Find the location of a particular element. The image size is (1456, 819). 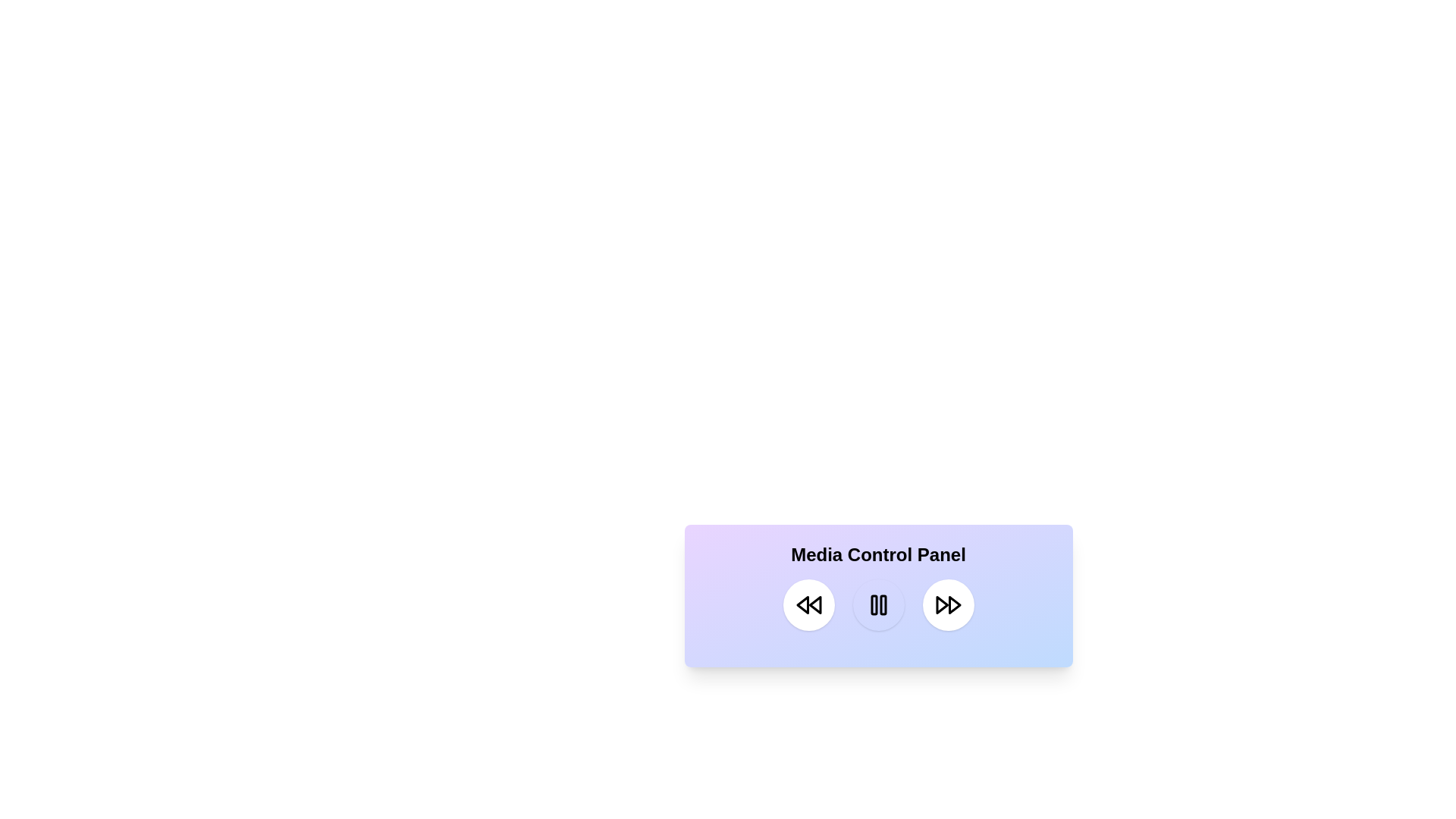

the fast-forward button located at the far right of the media control panel is located at coordinates (947, 604).